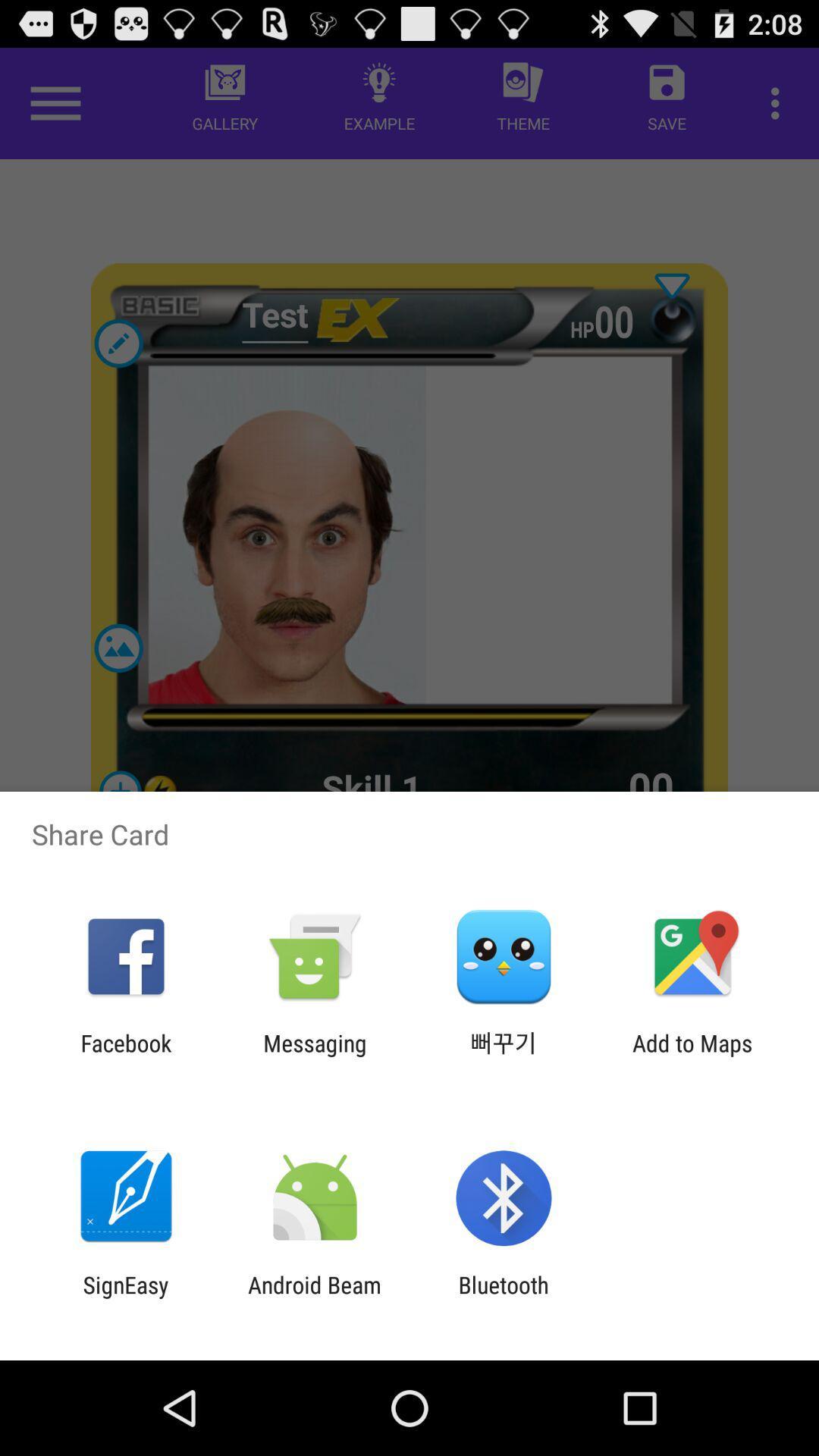 This screenshot has width=819, height=1456. Describe the element at coordinates (314, 1298) in the screenshot. I see `the icon next to signeasy` at that location.